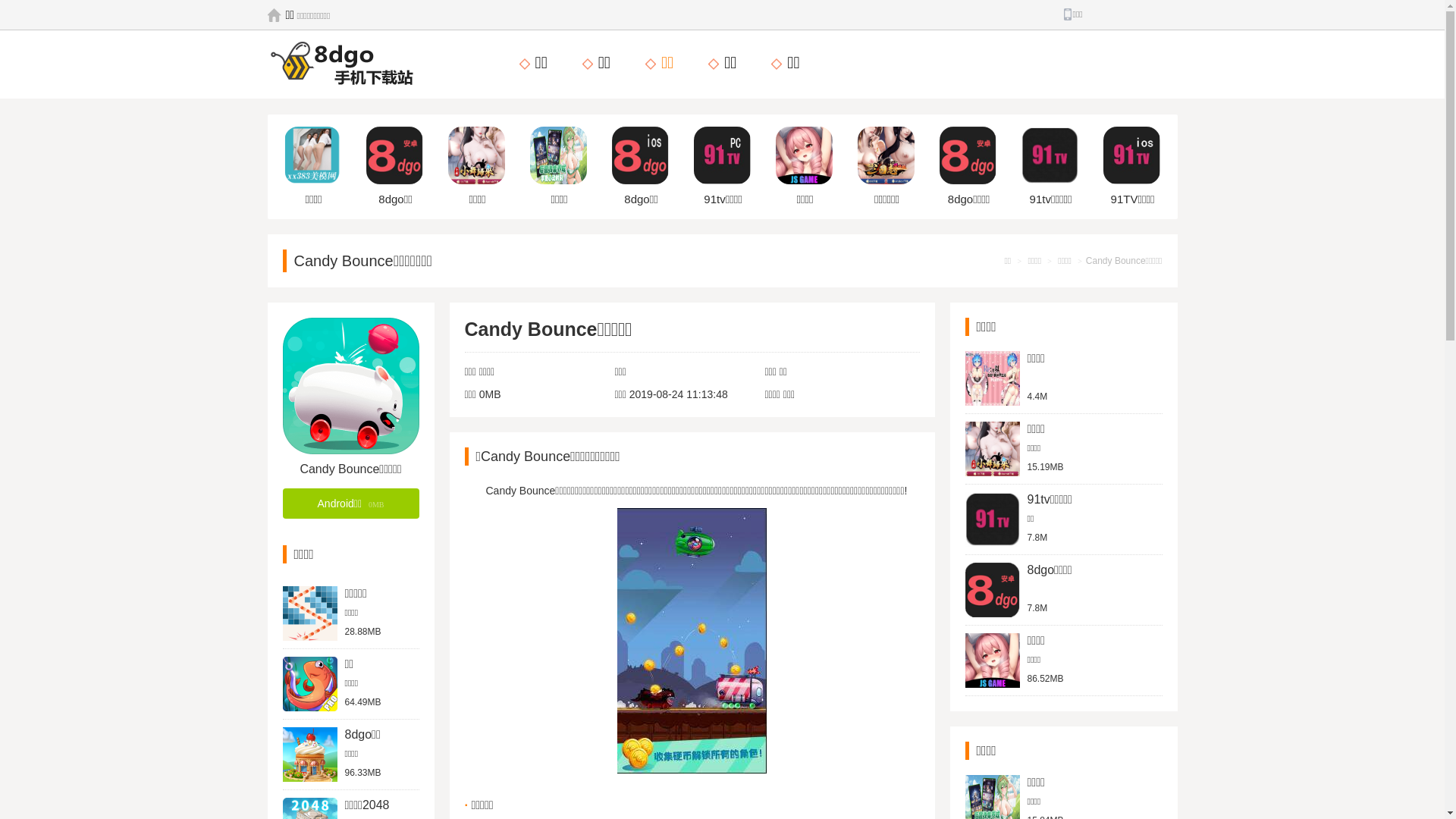  What do you see at coordinates (677, 394) in the screenshot?
I see `'2019-08-24 11:13:48'` at bounding box center [677, 394].